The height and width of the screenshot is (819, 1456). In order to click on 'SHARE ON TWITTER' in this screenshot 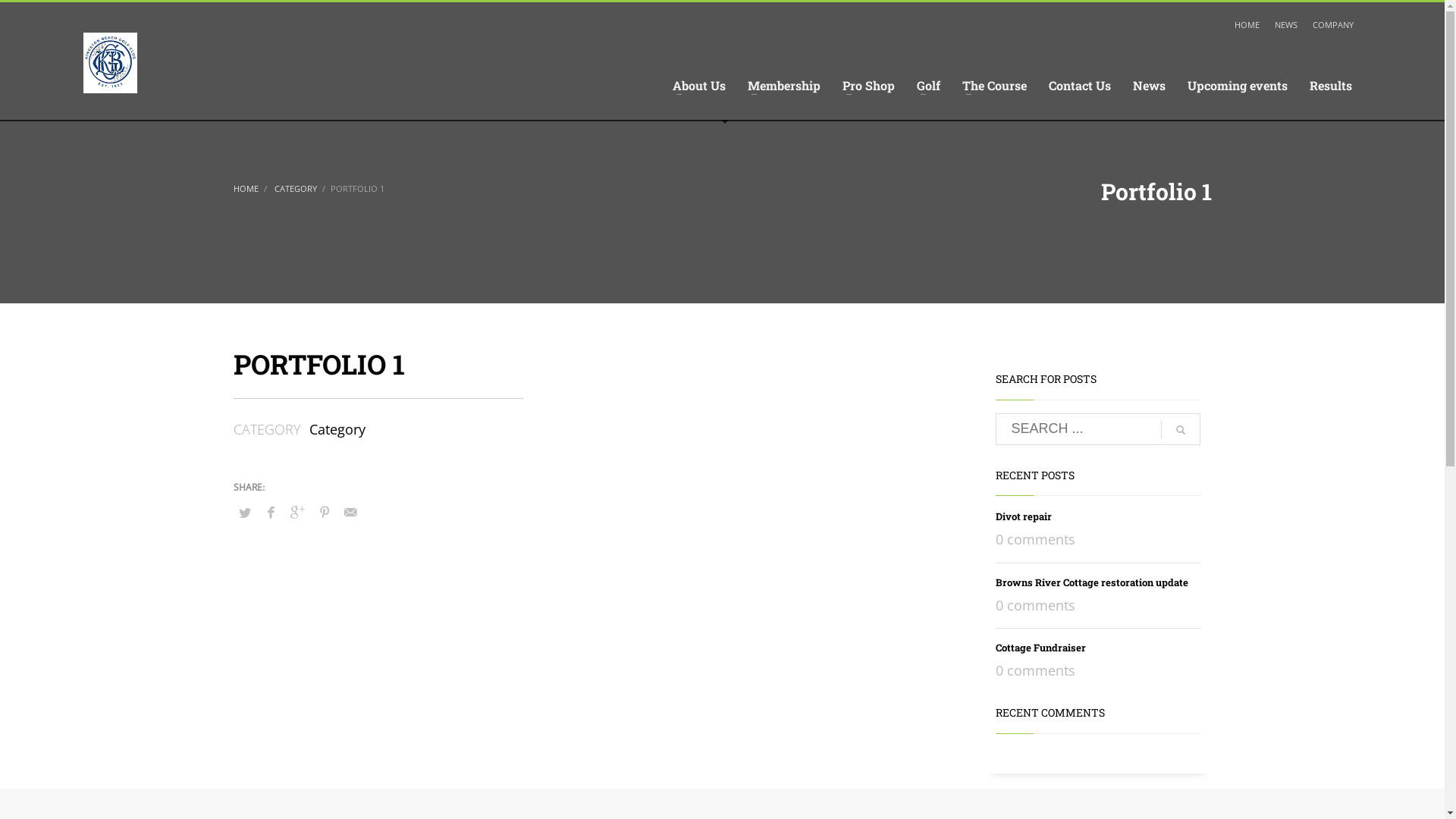, I will do `click(232, 512)`.